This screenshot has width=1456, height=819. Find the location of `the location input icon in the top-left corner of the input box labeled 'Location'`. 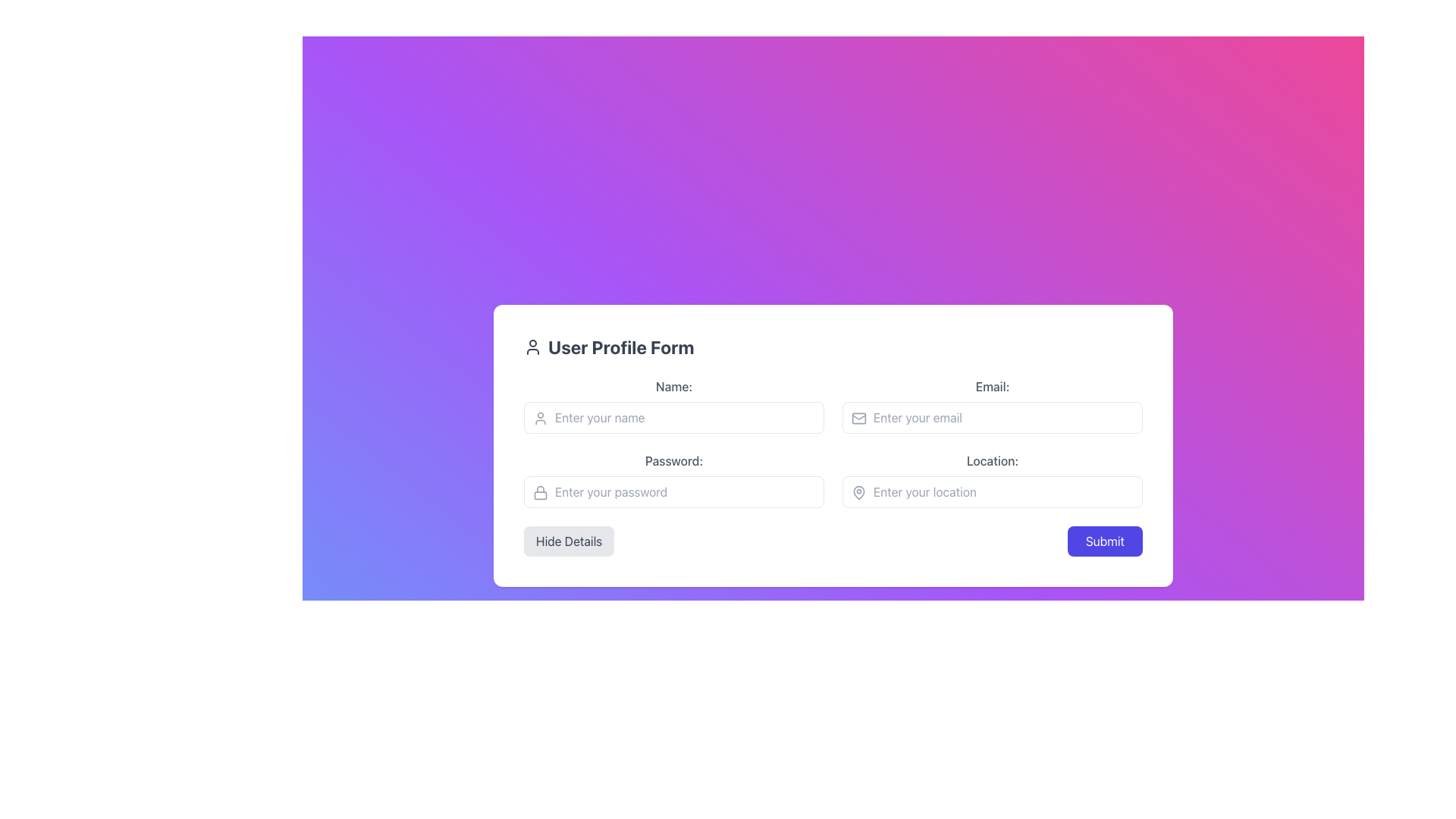

the location input icon in the top-left corner of the input box labeled 'Location' is located at coordinates (858, 493).